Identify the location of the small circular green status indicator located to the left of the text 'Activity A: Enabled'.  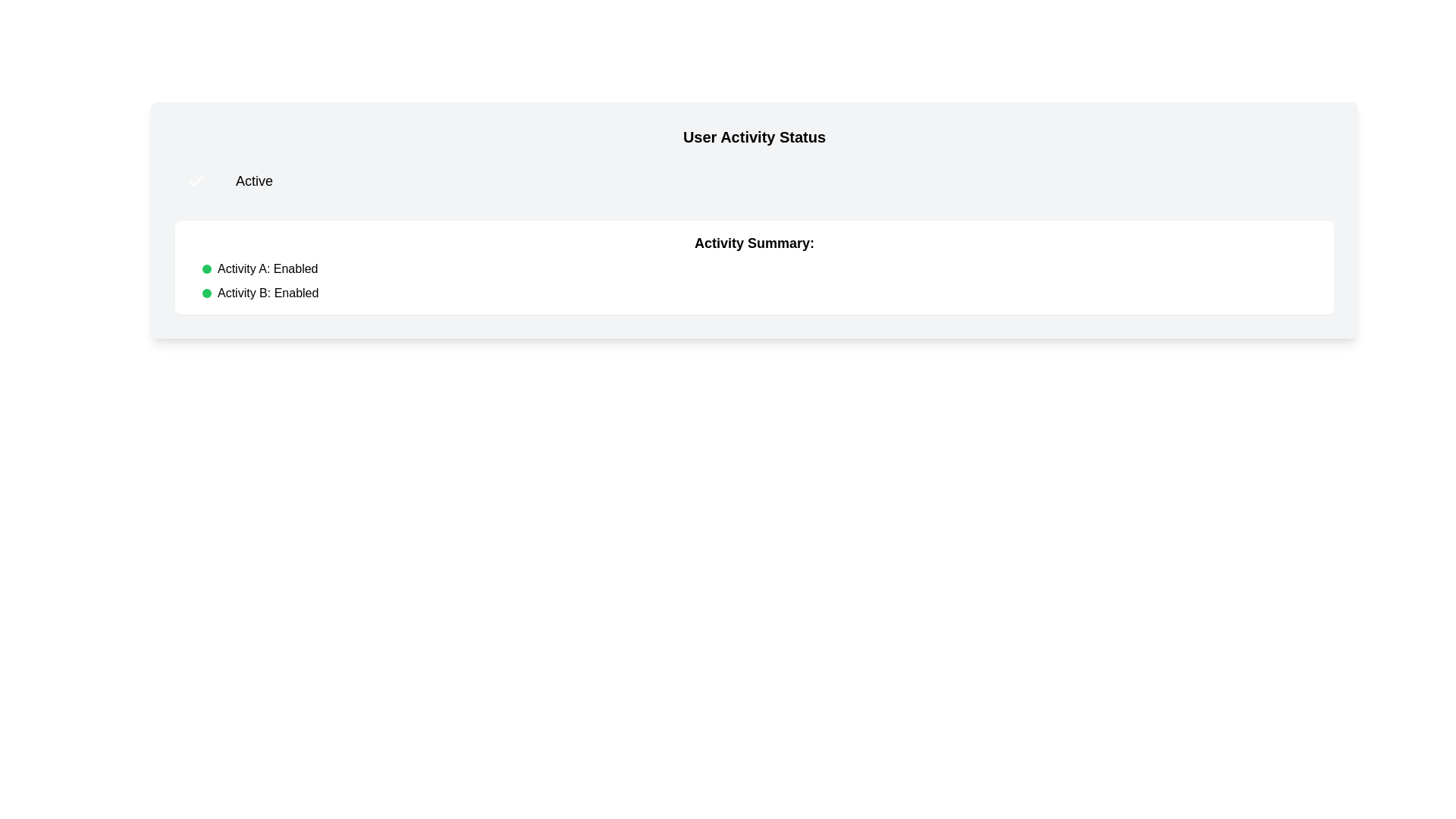
(206, 268).